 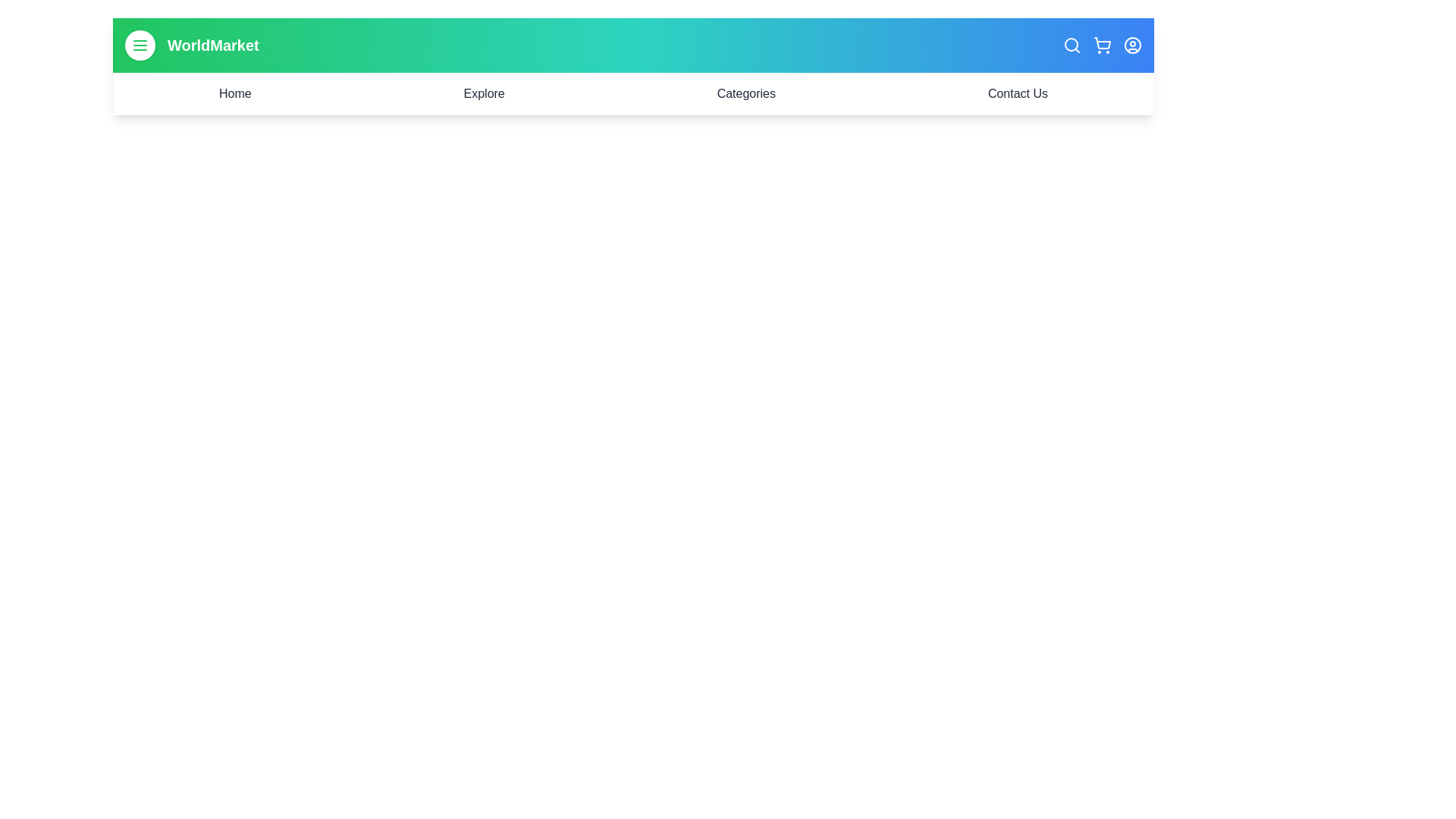 I want to click on the 'Explore' link, so click(x=483, y=93).